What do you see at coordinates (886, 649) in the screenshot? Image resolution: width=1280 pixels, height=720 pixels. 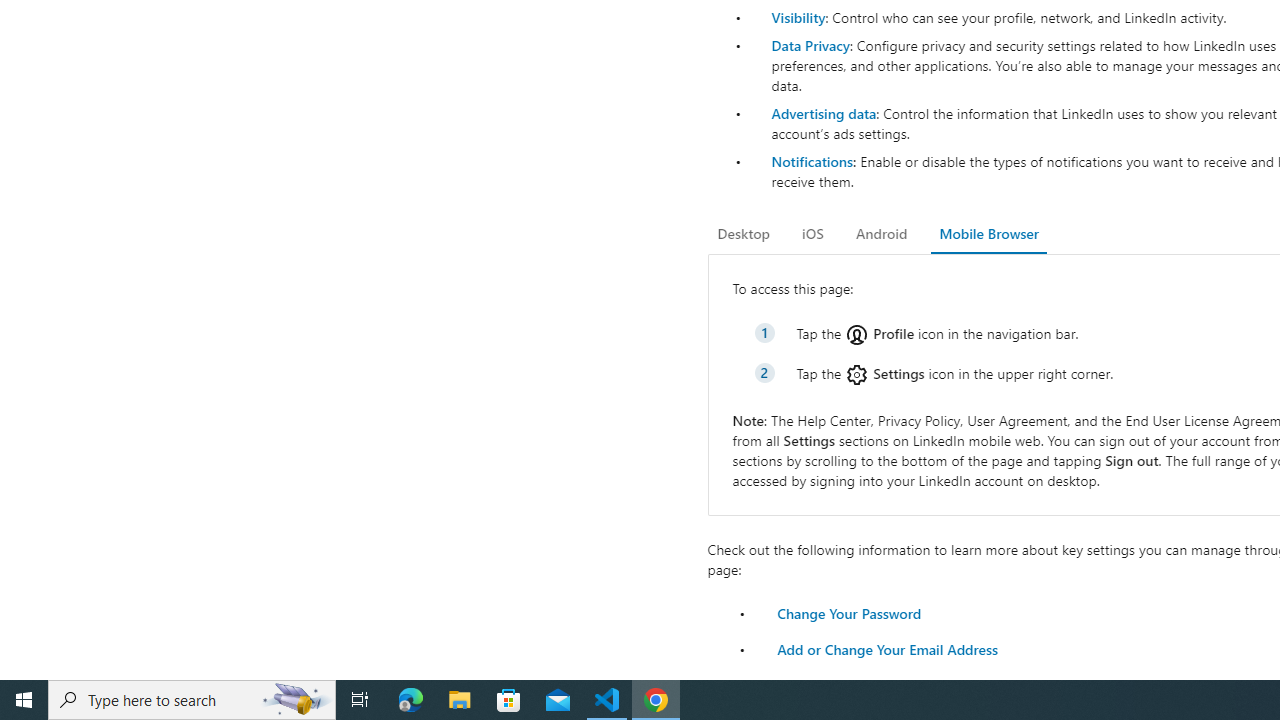 I see `'Add or Change Your Email Address'` at bounding box center [886, 649].